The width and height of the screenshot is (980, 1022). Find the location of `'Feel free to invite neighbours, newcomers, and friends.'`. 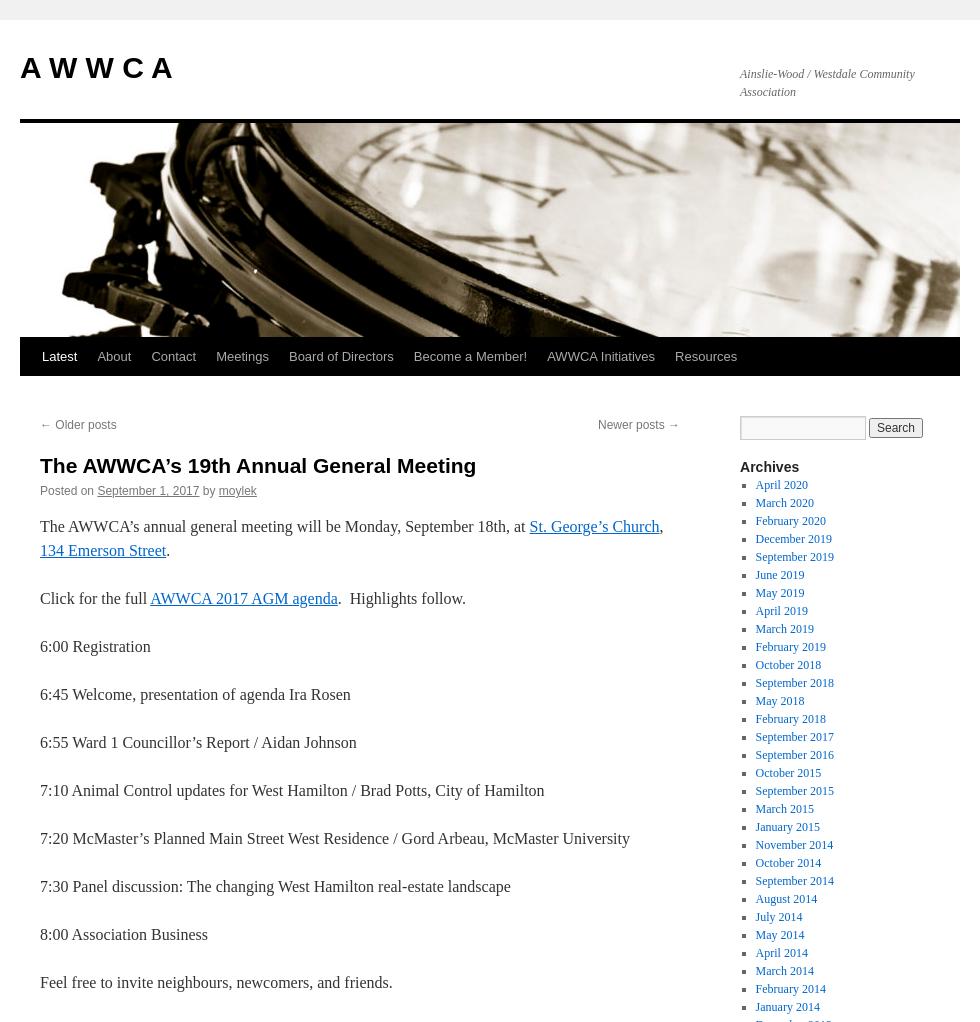

'Feel free to invite neighbours, newcomers, and friends.' is located at coordinates (215, 981).